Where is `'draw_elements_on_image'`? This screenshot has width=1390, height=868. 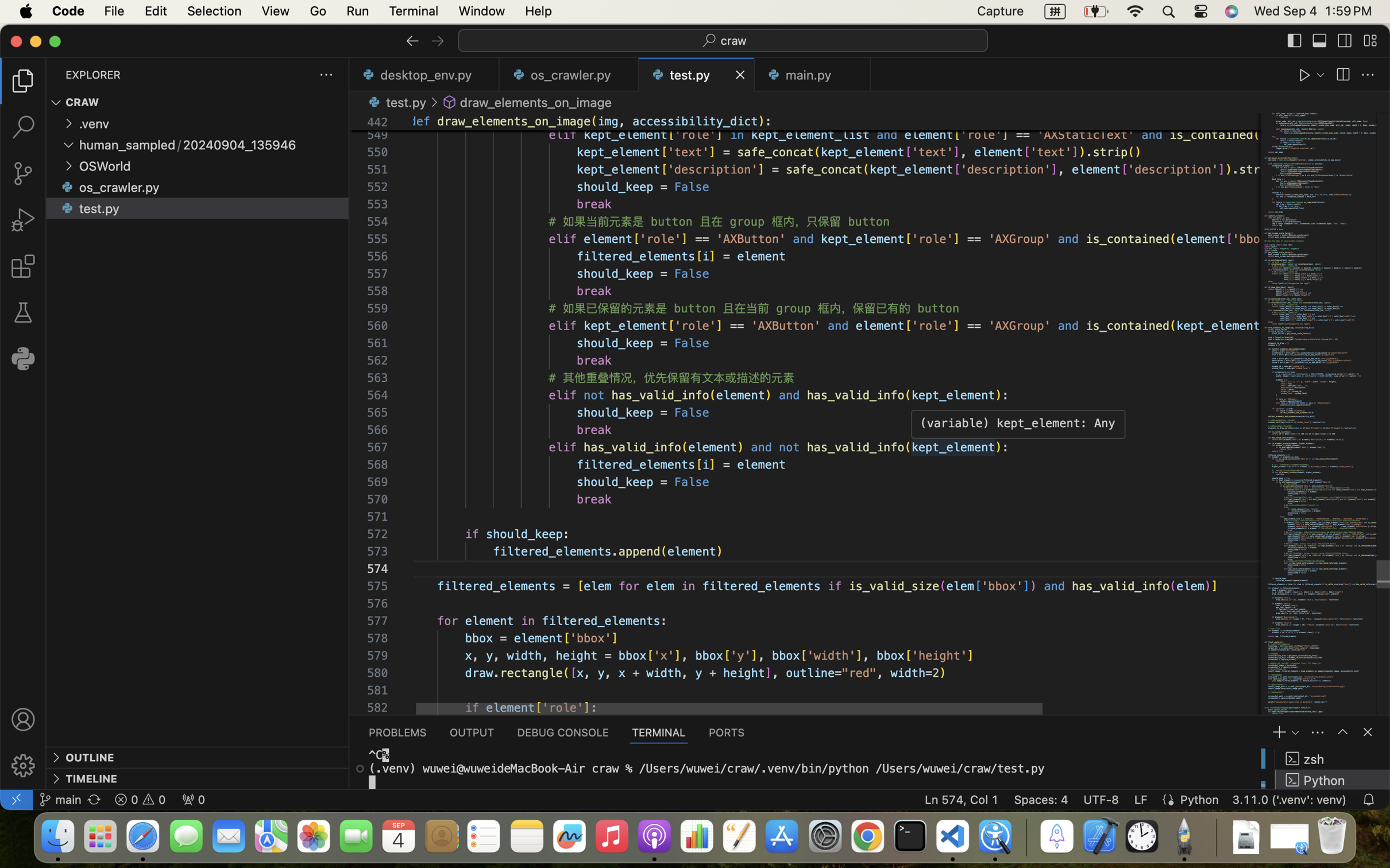 'draw_elements_on_image' is located at coordinates (514, 121).